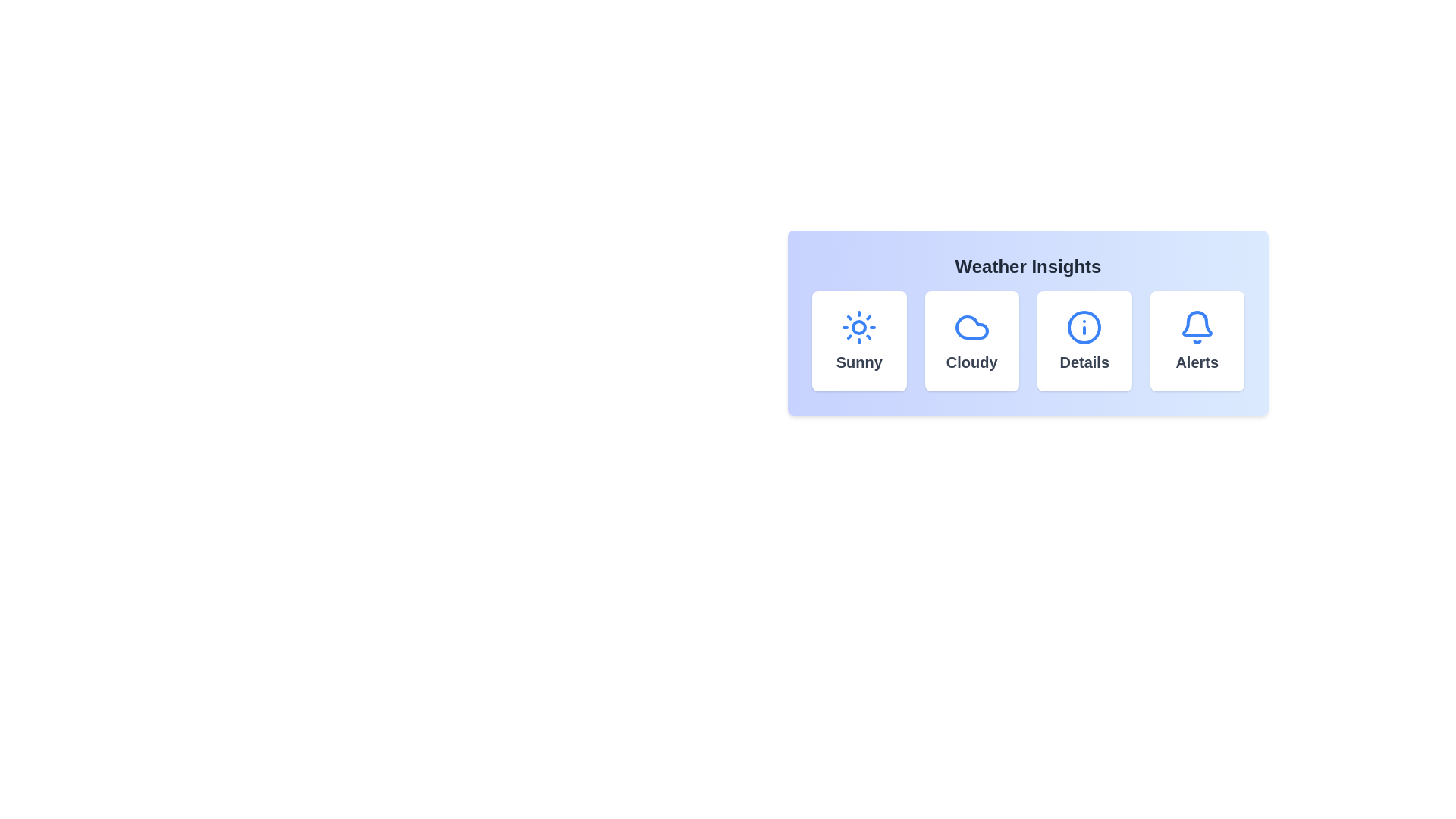  I want to click on the blue bell icon located within the white rounded rectangle card labeled 'Alerts', which is the fourth card in a horizontal row of four cards in the 'Weather Insights' section, so click(1196, 327).